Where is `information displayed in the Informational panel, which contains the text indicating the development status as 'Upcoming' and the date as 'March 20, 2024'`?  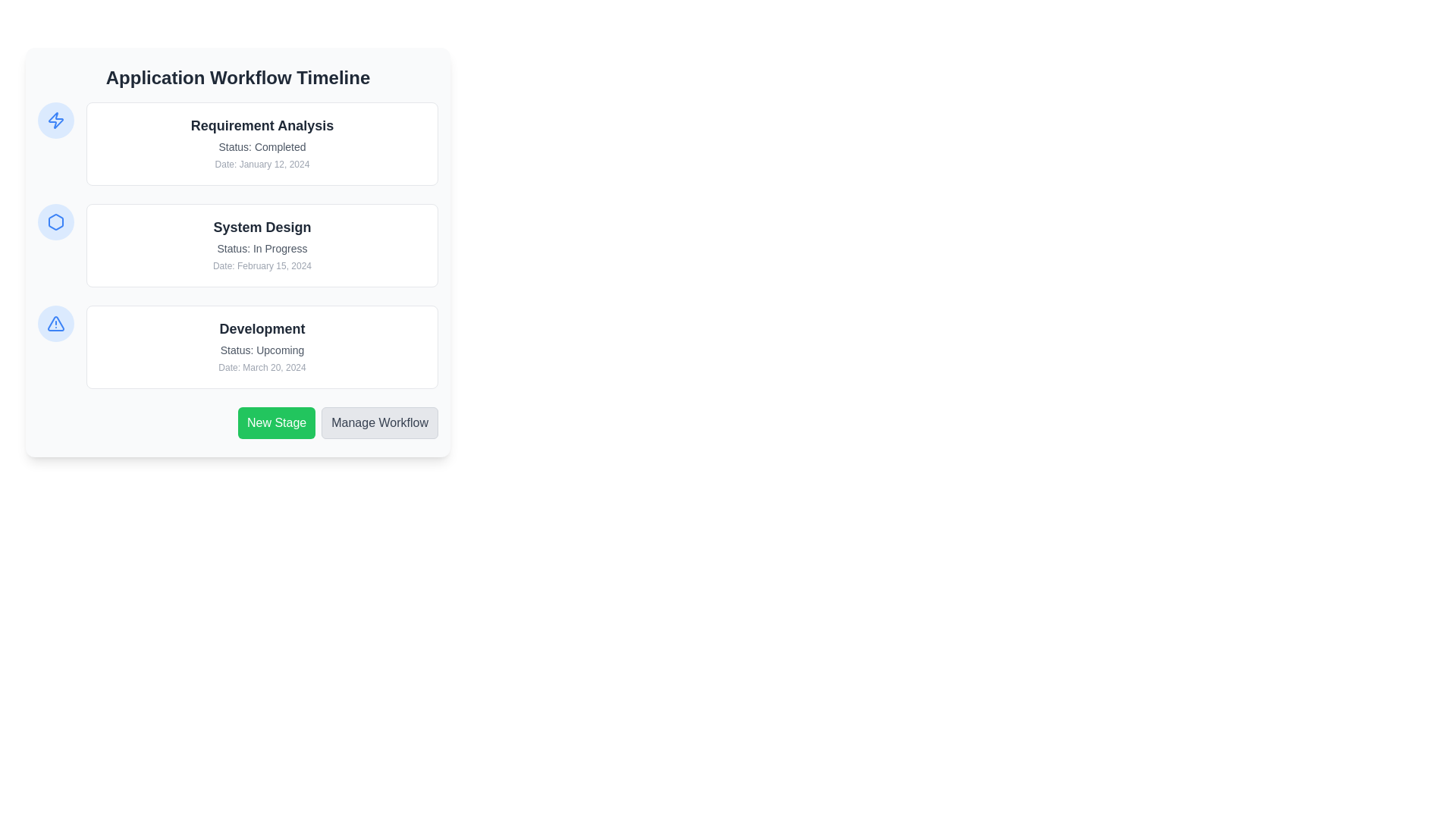 information displayed in the Informational panel, which contains the text indicating the development status as 'Upcoming' and the date as 'March 20, 2024' is located at coordinates (237, 347).